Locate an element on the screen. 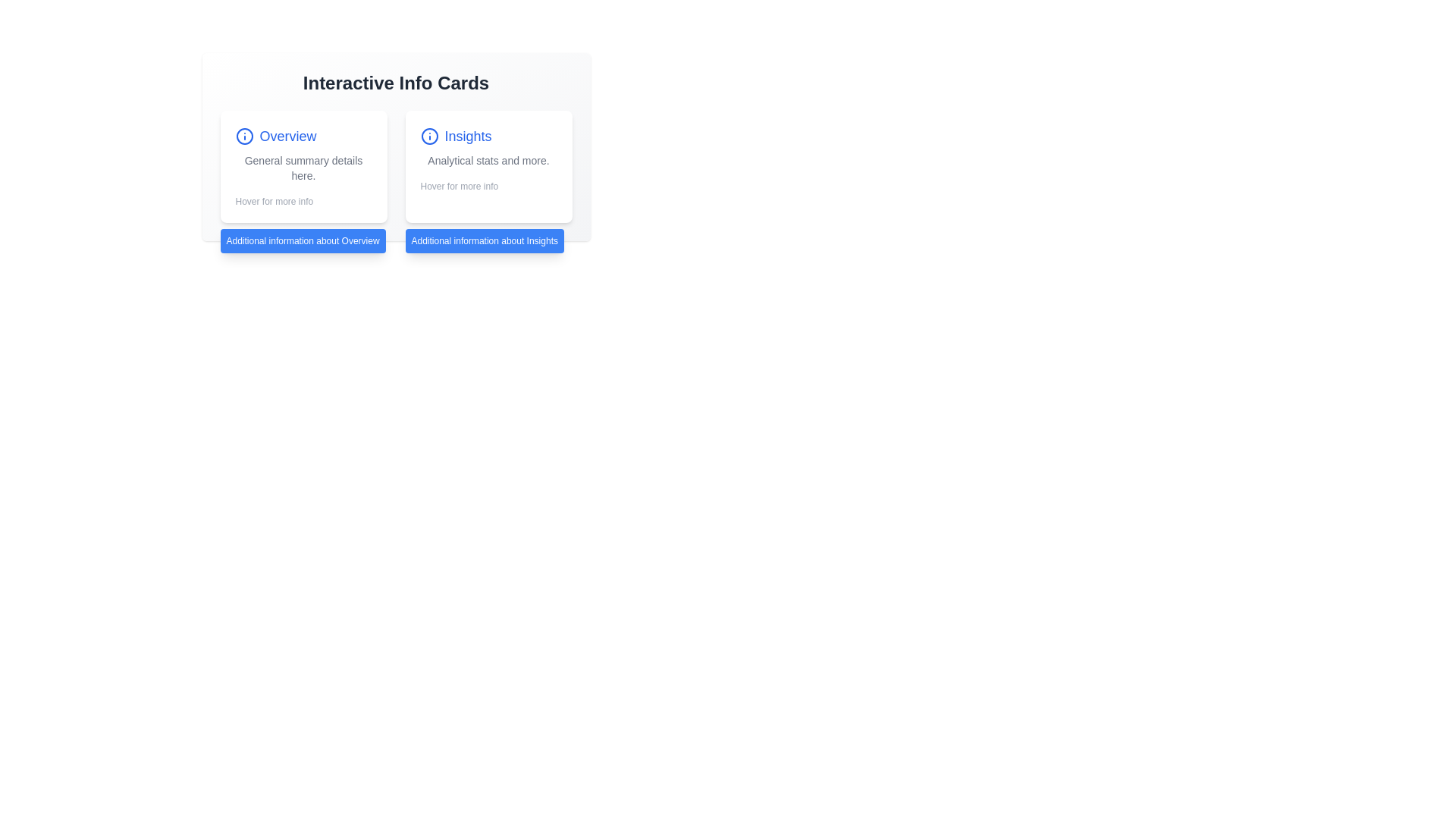 The width and height of the screenshot is (1456, 819). the second card in the grid layout that presents insights-related information is located at coordinates (488, 166).